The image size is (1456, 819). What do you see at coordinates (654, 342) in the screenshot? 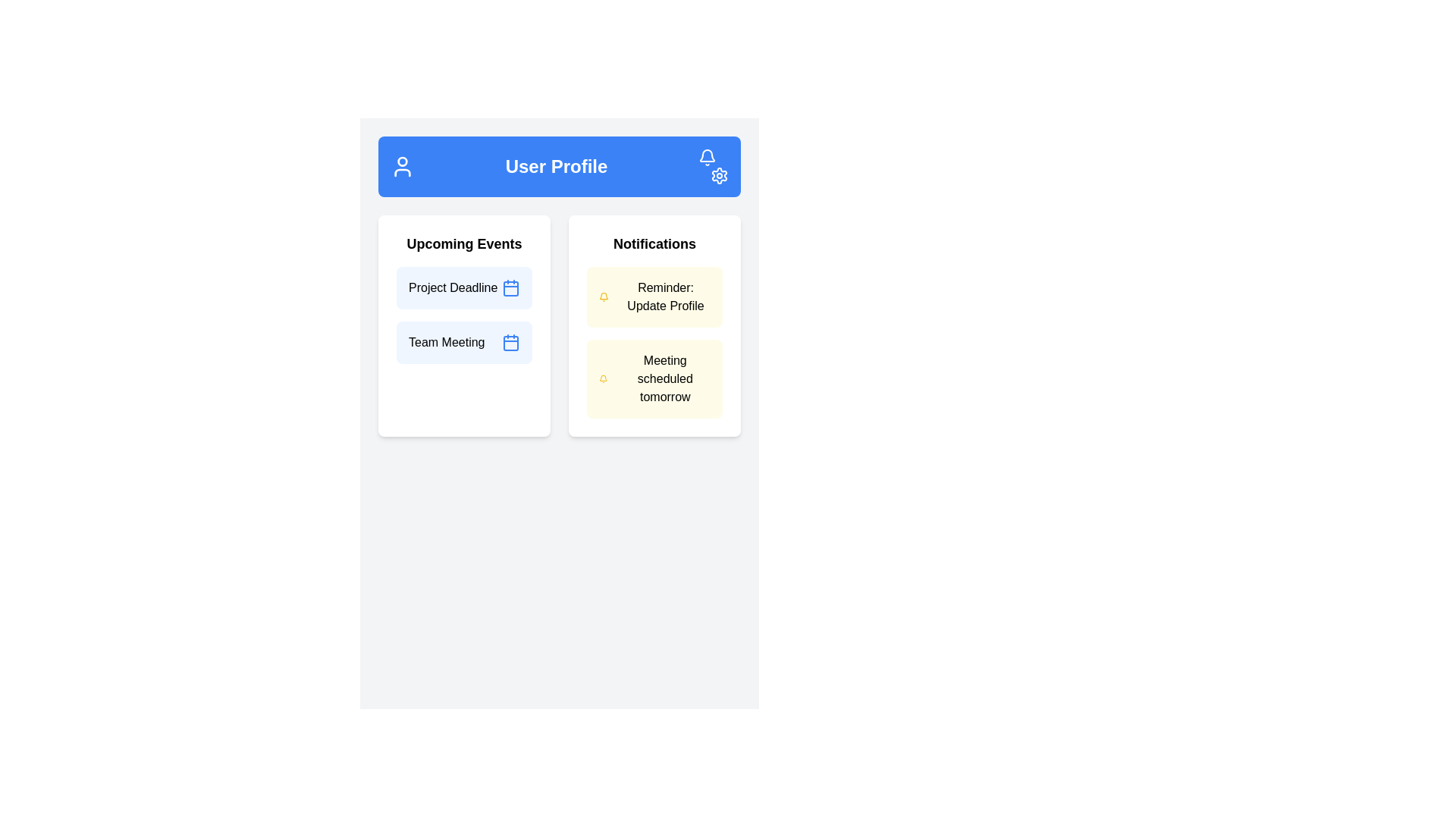
I see `the notification card that informs the user about an upcoming meeting scheduled for tomorrow, located below the 'Reminder: Update Profile' notification in the 'Notifications' panel` at bounding box center [654, 342].